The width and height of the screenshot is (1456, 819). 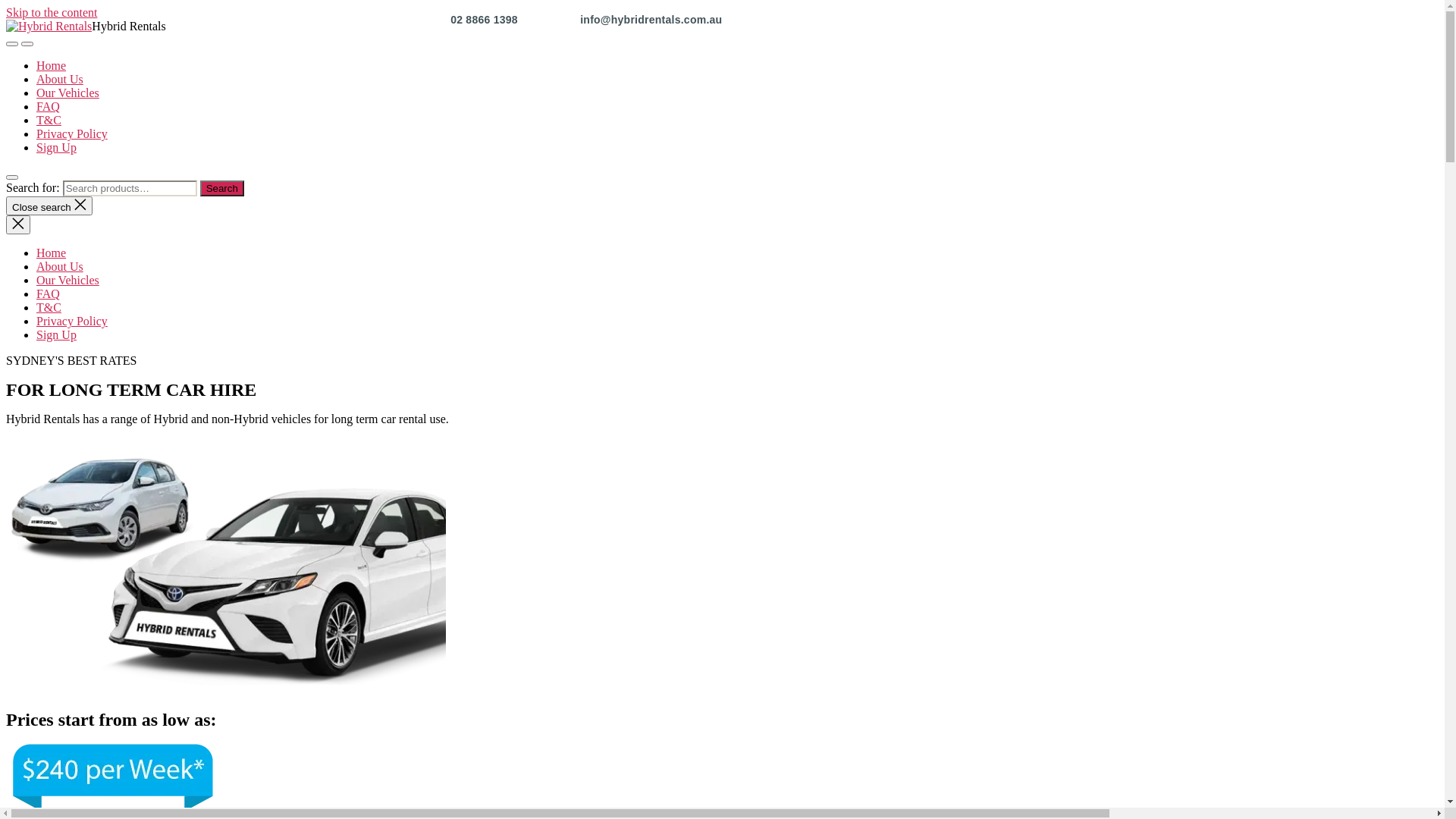 What do you see at coordinates (48, 293) in the screenshot?
I see `'FAQ'` at bounding box center [48, 293].